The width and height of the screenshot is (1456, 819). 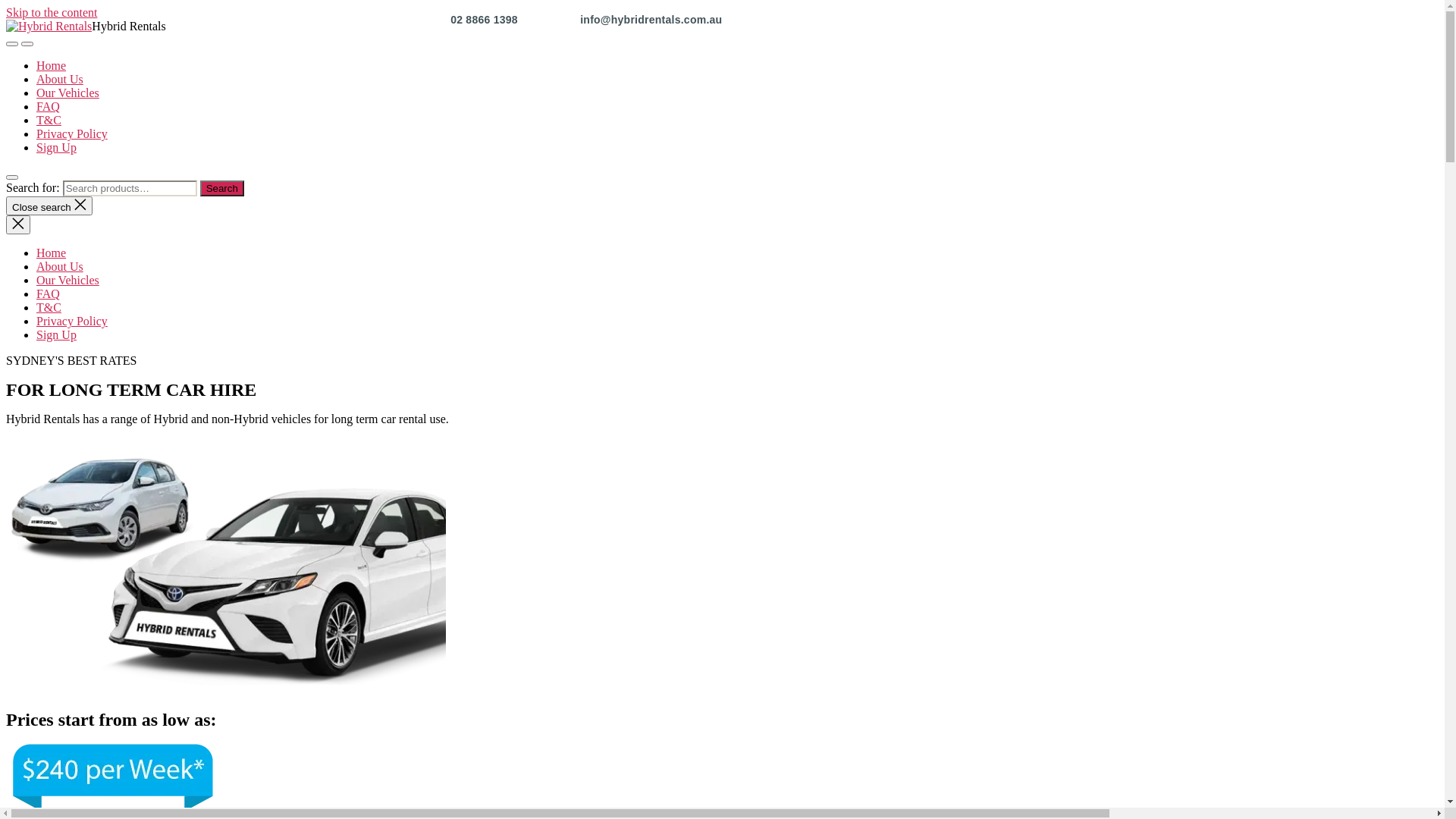 What do you see at coordinates (48, 293) in the screenshot?
I see `'FAQ'` at bounding box center [48, 293].